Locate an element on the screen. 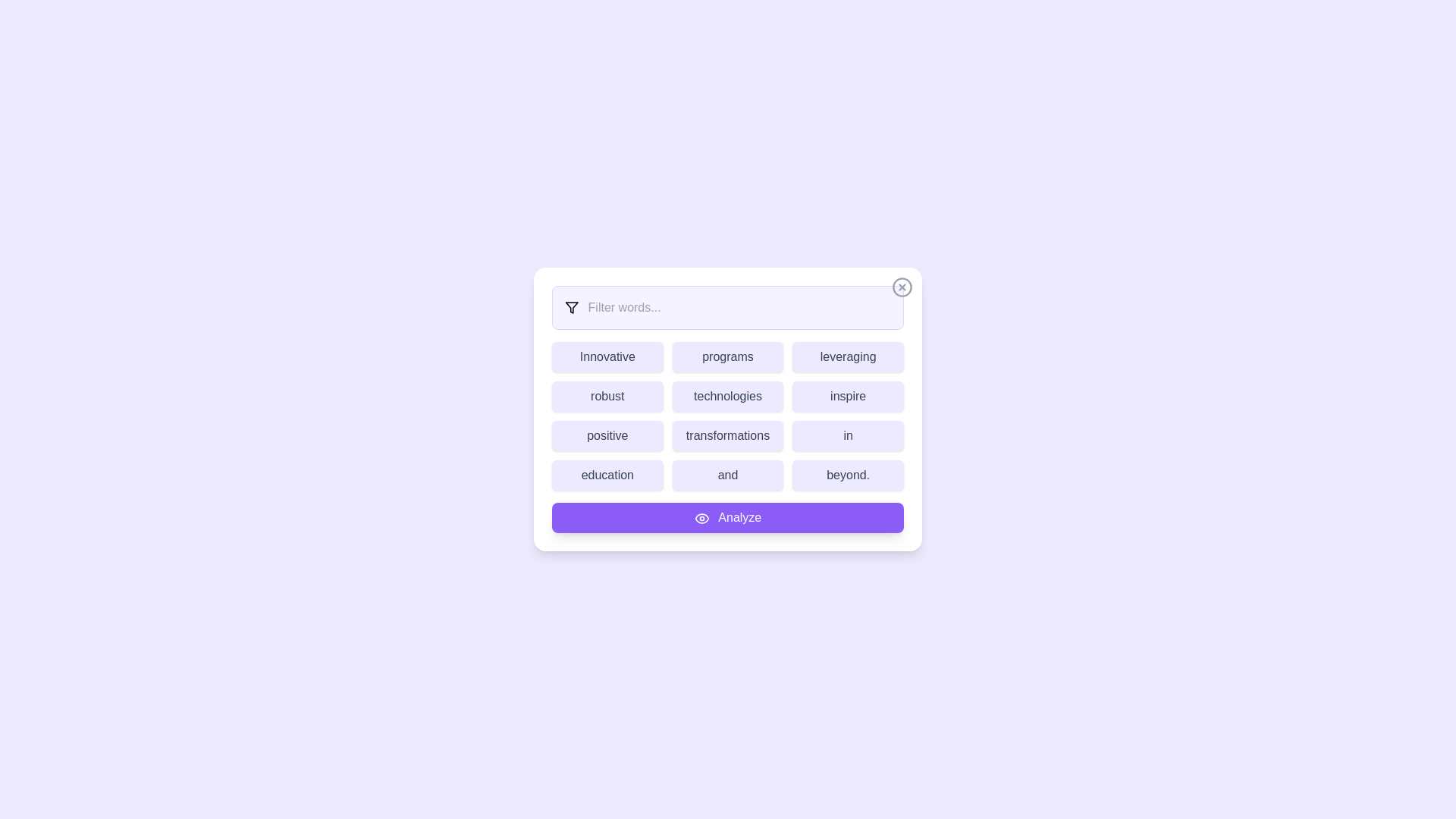 This screenshot has width=1456, height=819. the word Innovative to highlight it is located at coordinates (607, 356).